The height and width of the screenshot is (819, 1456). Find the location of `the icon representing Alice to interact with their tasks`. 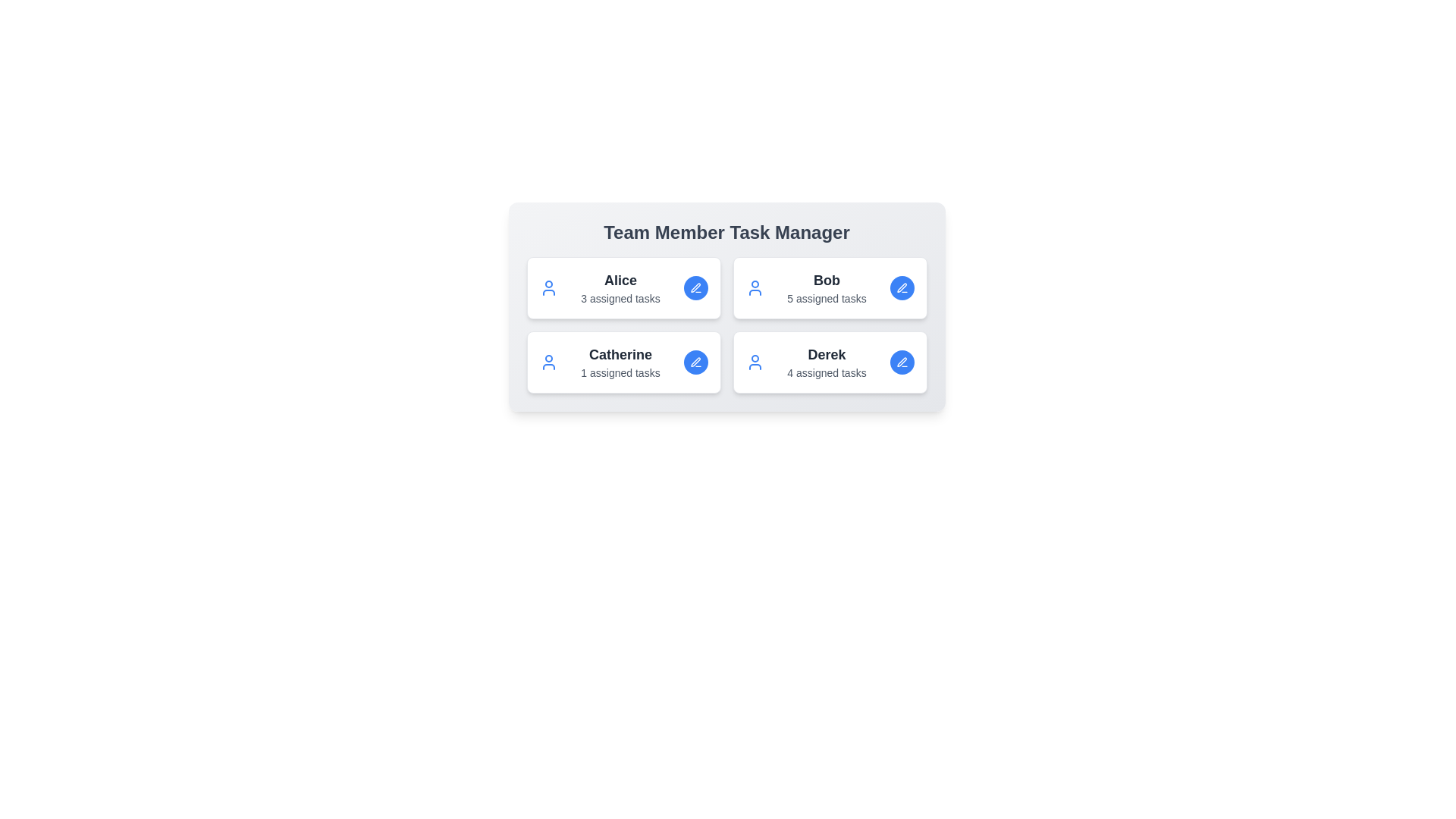

the icon representing Alice to interact with their tasks is located at coordinates (548, 288).